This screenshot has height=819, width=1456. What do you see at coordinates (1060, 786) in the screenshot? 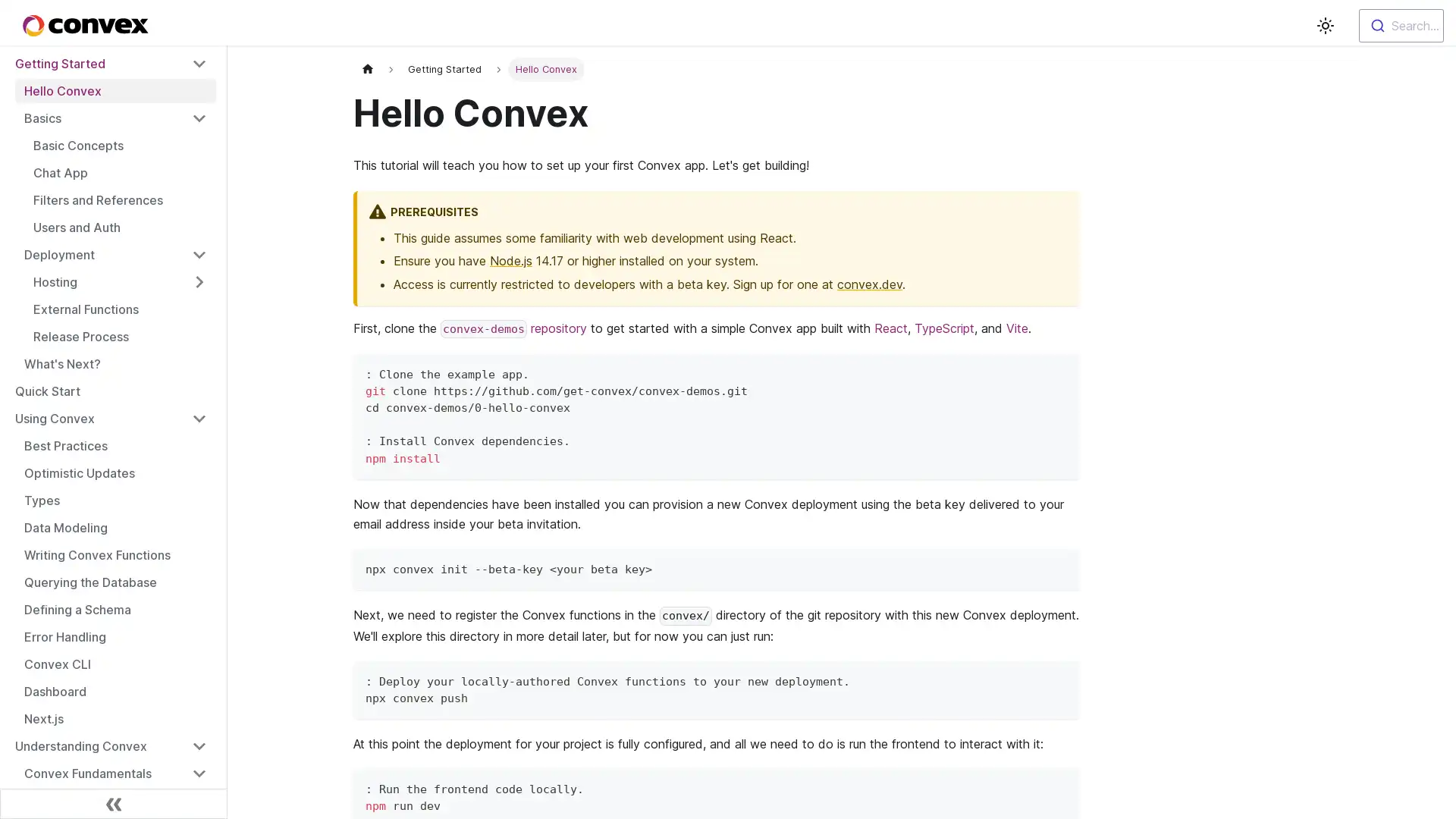
I see `Copy code to clipboard` at bounding box center [1060, 786].